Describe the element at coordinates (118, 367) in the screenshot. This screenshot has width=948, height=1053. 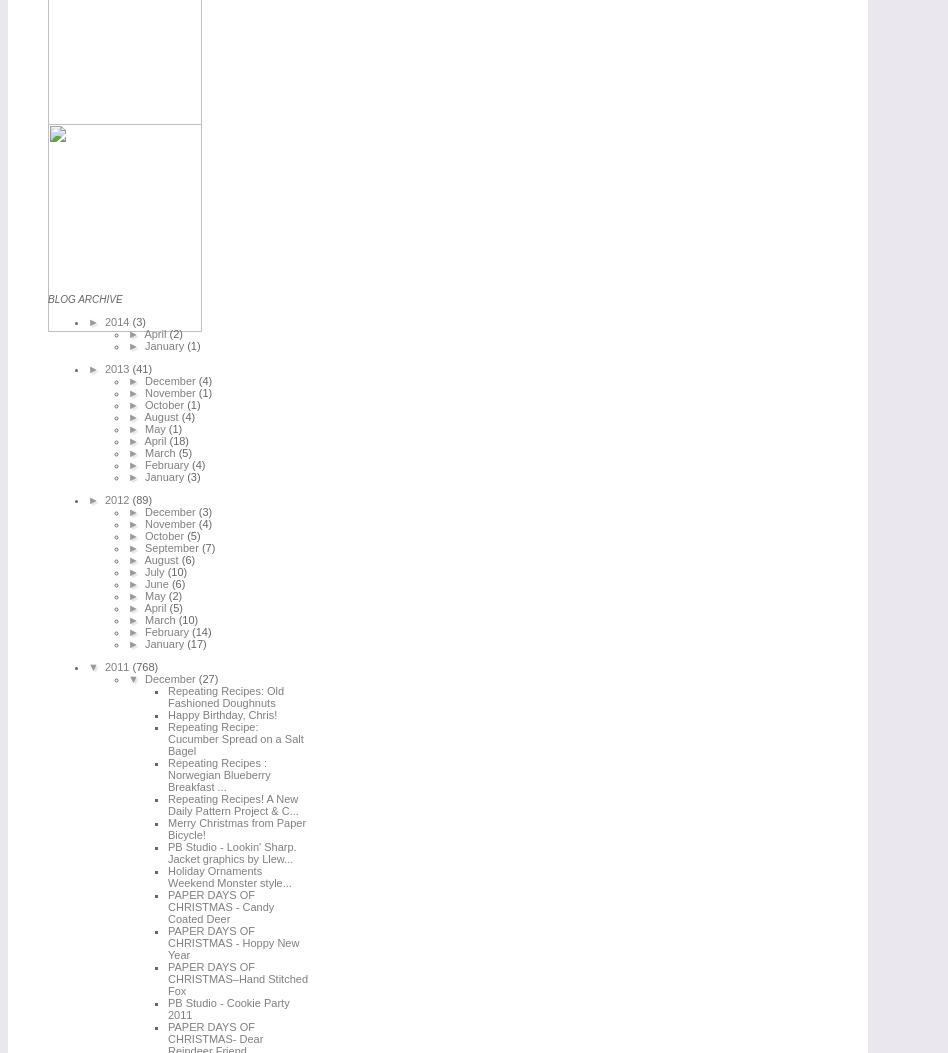
I see `'2013'` at that location.